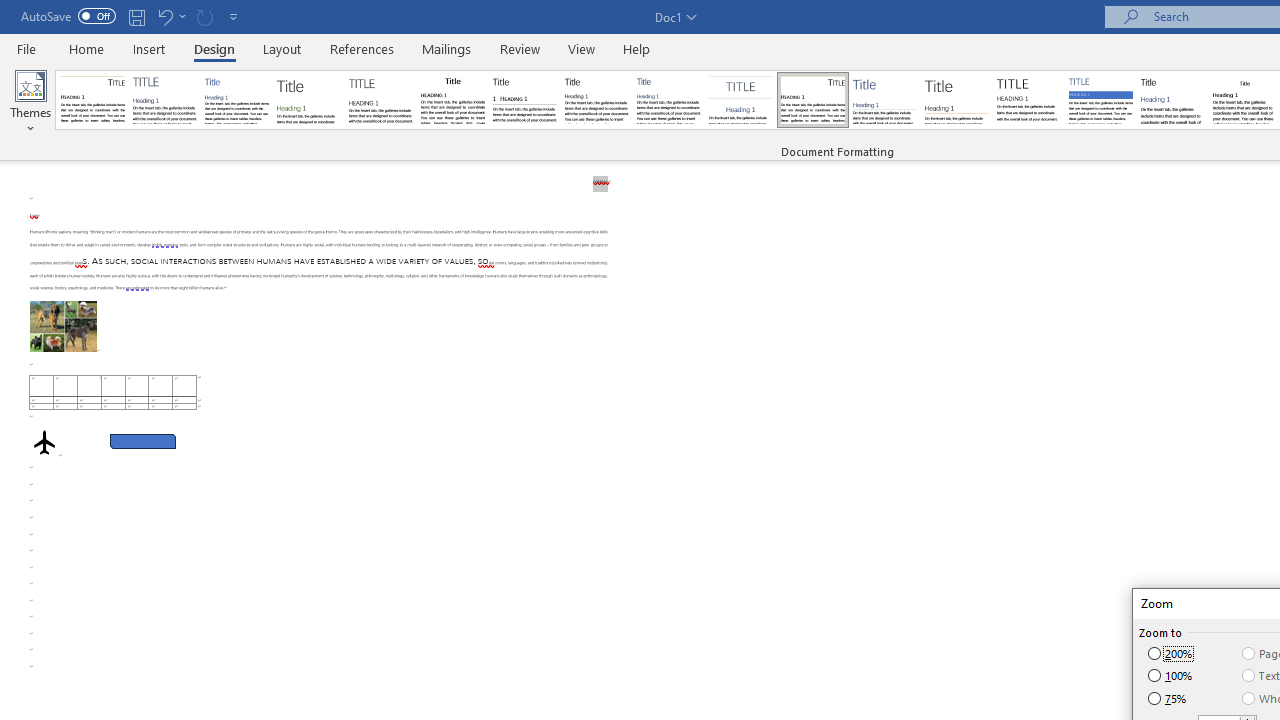 Image resolution: width=1280 pixels, height=720 pixels. What do you see at coordinates (44, 441) in the screenshot?
I see `'Airplane with solid fill'` at bounding box center [44, 441].